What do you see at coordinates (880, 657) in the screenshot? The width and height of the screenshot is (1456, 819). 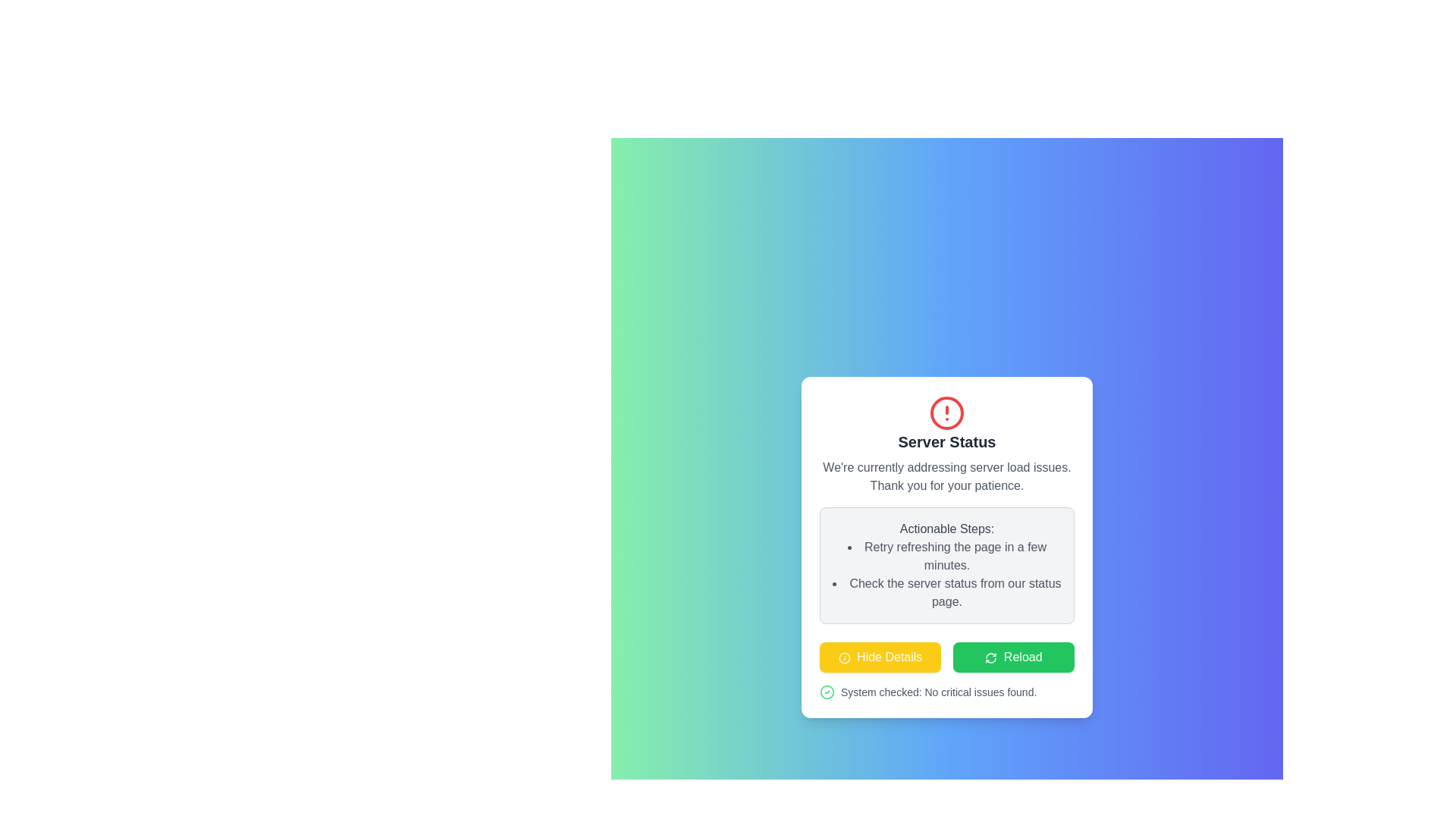 I see `the yellow rectangular button labeled 'Hide Details' with an information icon` at bounding box center [880, 657].